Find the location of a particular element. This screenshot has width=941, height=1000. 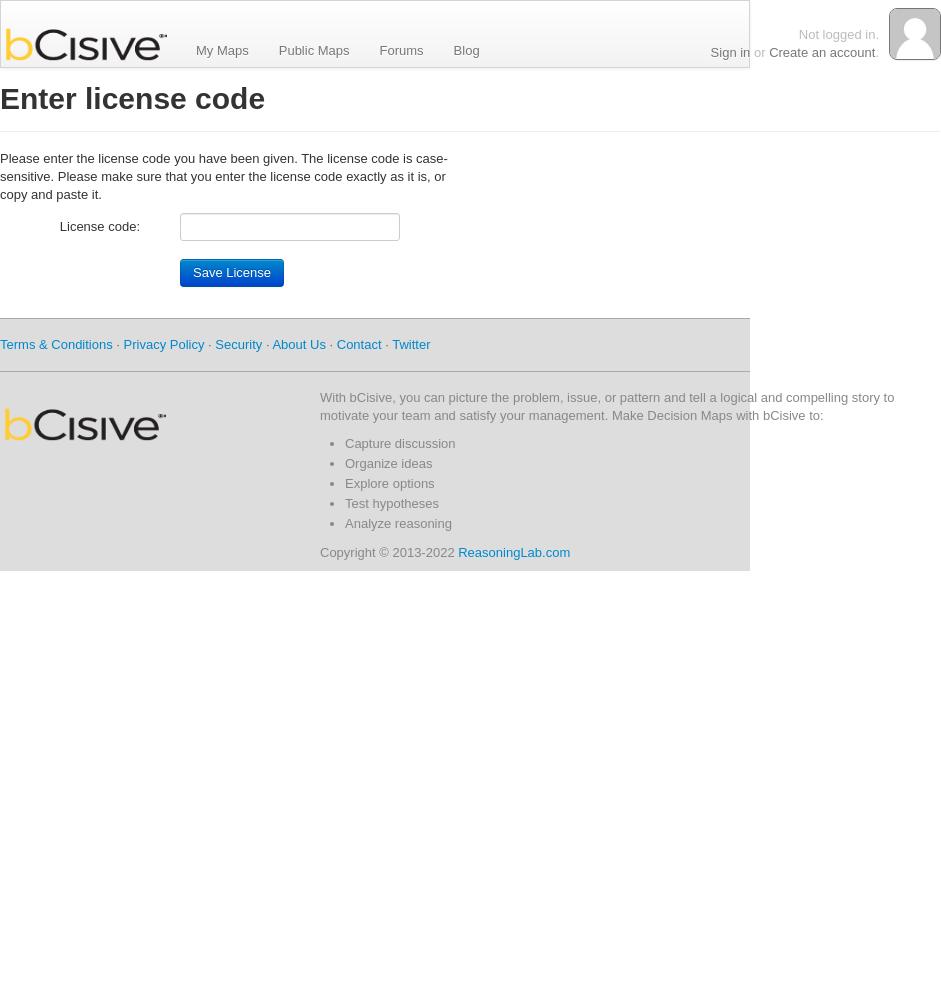

'Please enter the license code you have been given. The license code is case-sensitive. Please make sure that you enter the license code exactly as it is, or copy and paste it.' is located at coordinates (222, 176).